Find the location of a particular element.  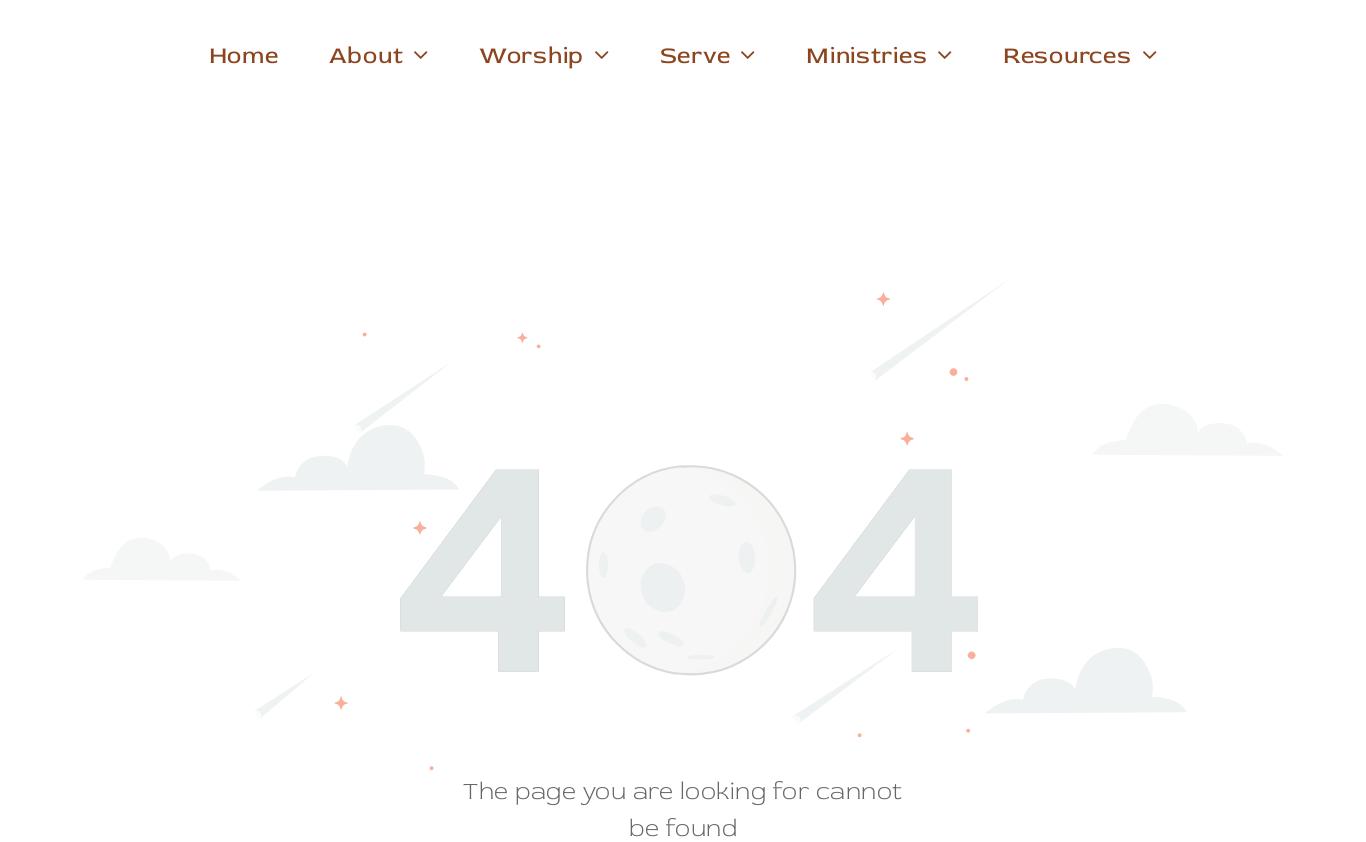

'Staff' is located at coordinates (363, 92).